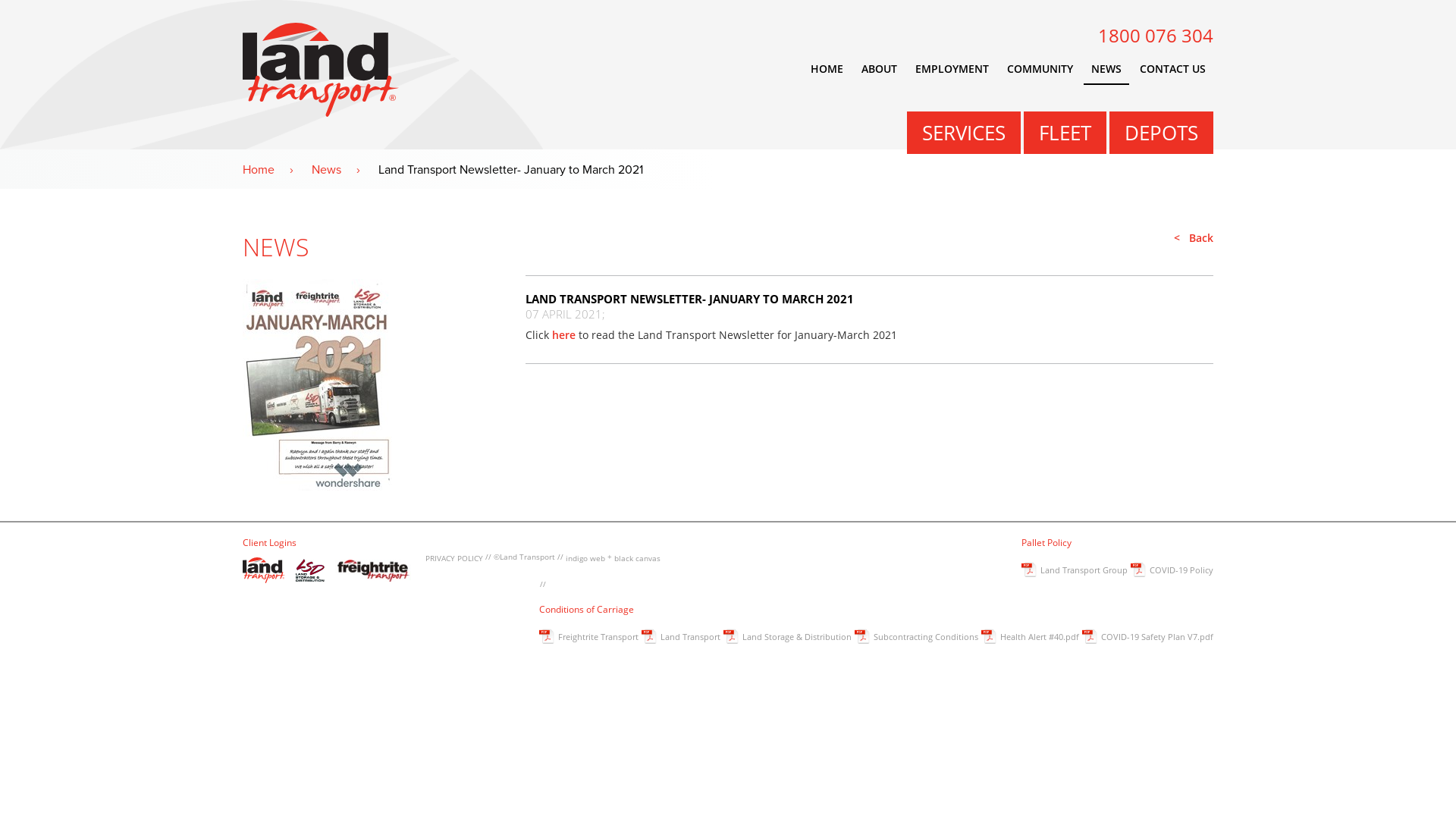 The image size is (1456, 819). Describe the element at coordinates (1160, 131) in the screenshot. I see `'DEPOTS'` at that location.